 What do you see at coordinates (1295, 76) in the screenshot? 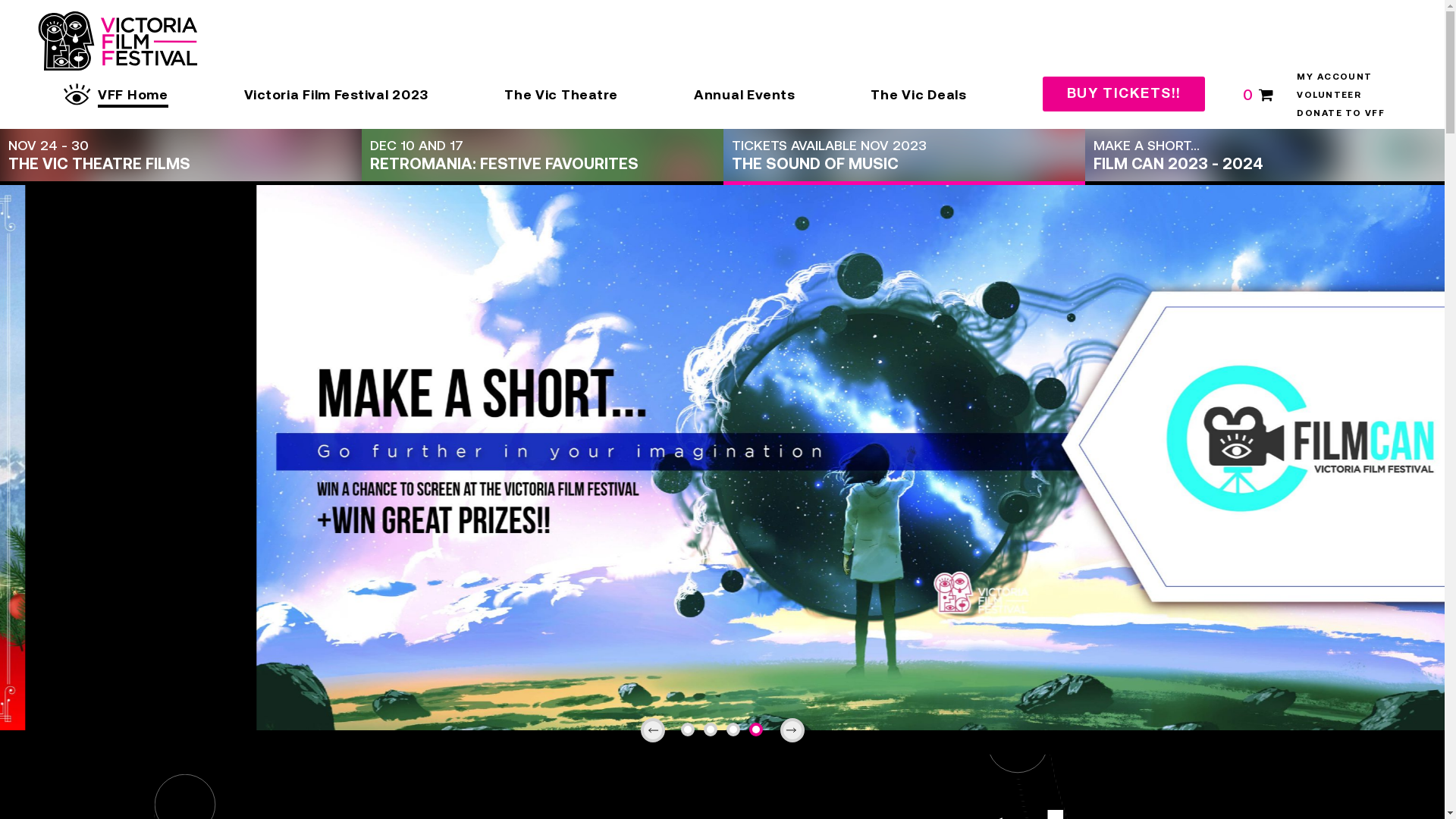
I see `'MY ACCOUNT'` at bounding box center [1295, 76].